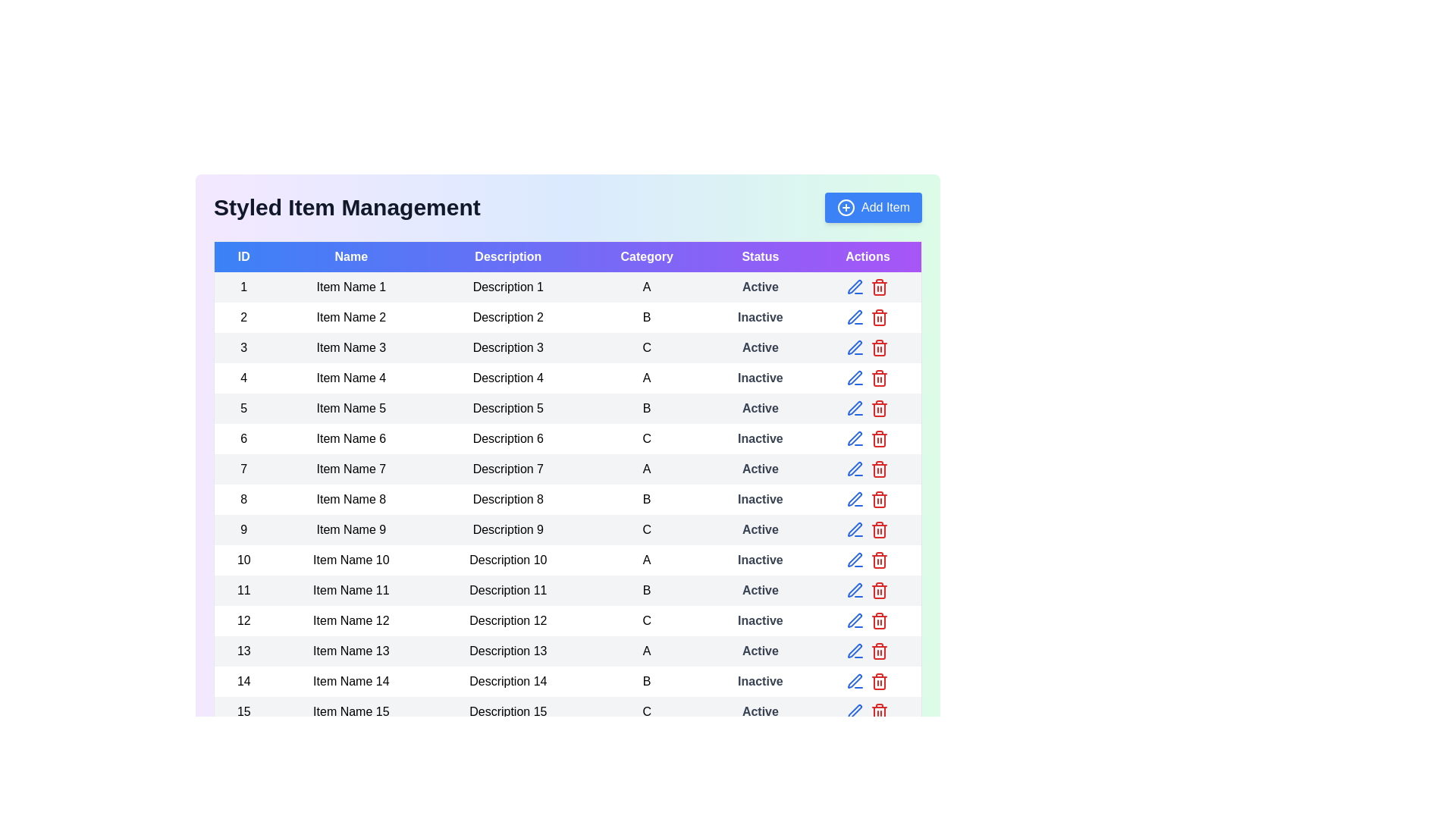 Image resolution: width=1456 pixels, height=819 pixels. I want to click on the column header Name to sort the table by that column, so click(350, 256).